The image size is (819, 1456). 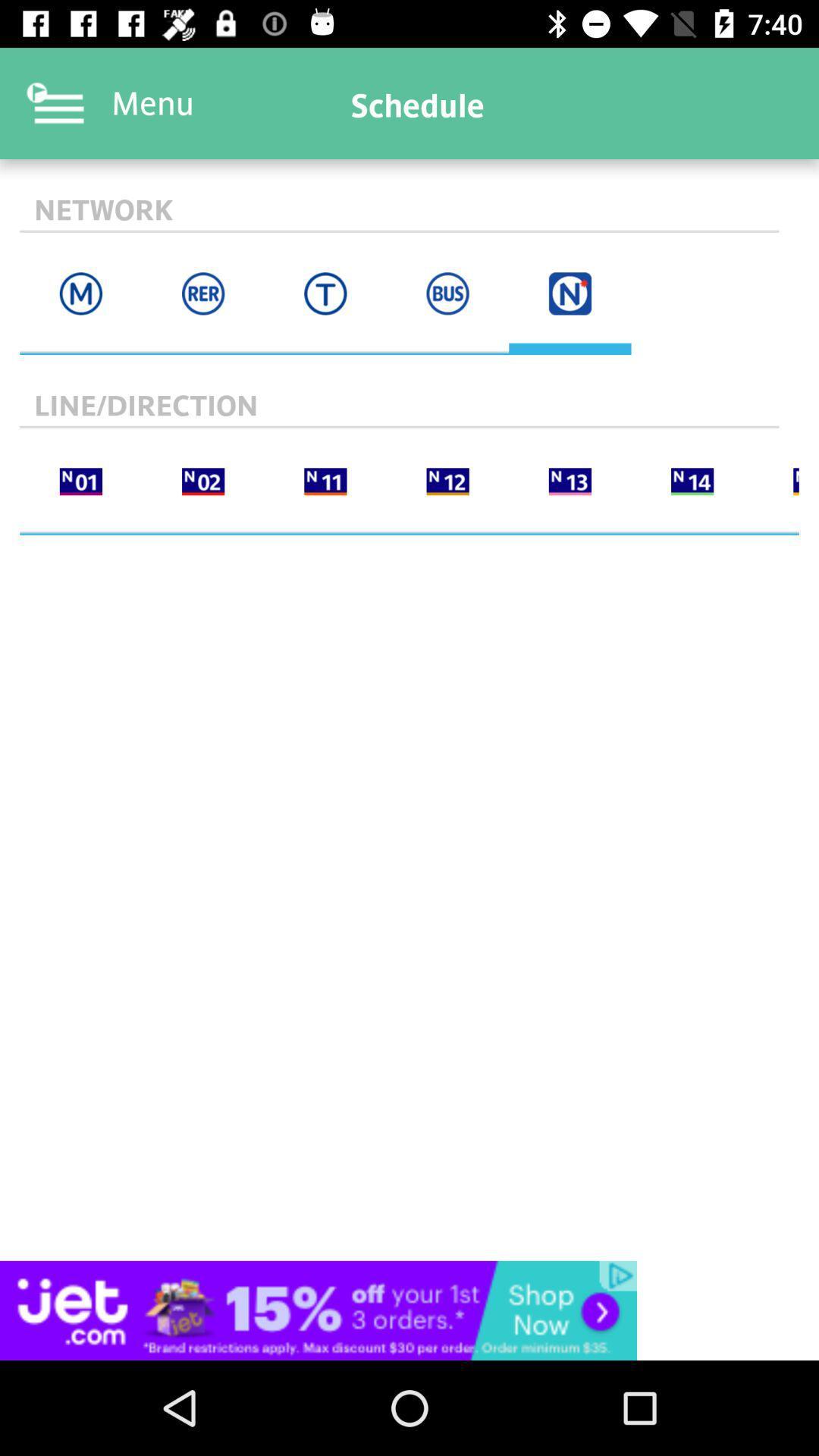 I want to click on advertisement box, so click(x=409, y=1310).